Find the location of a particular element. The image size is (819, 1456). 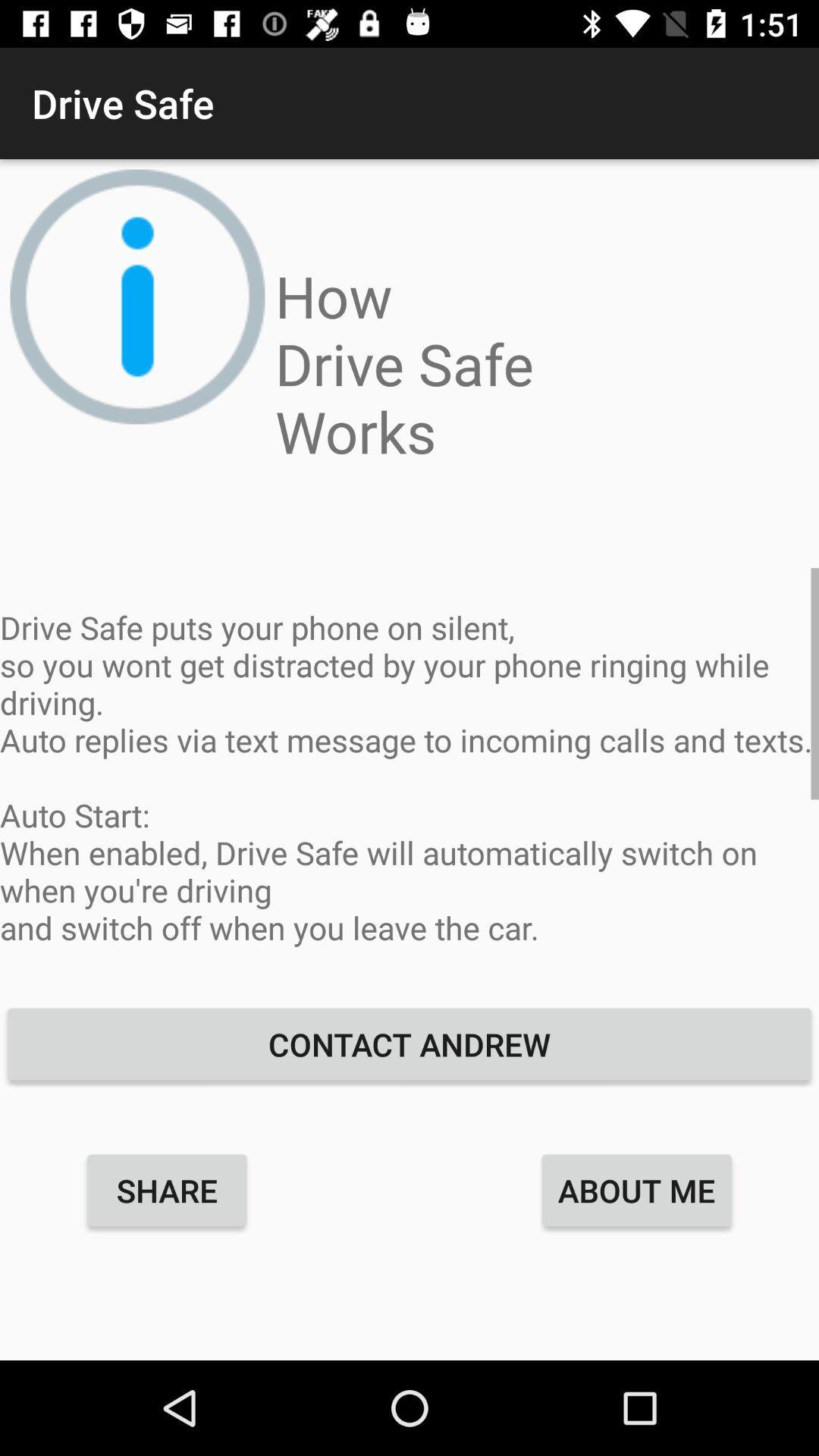

the item to the right of share is located at coordinates (636, 1189).